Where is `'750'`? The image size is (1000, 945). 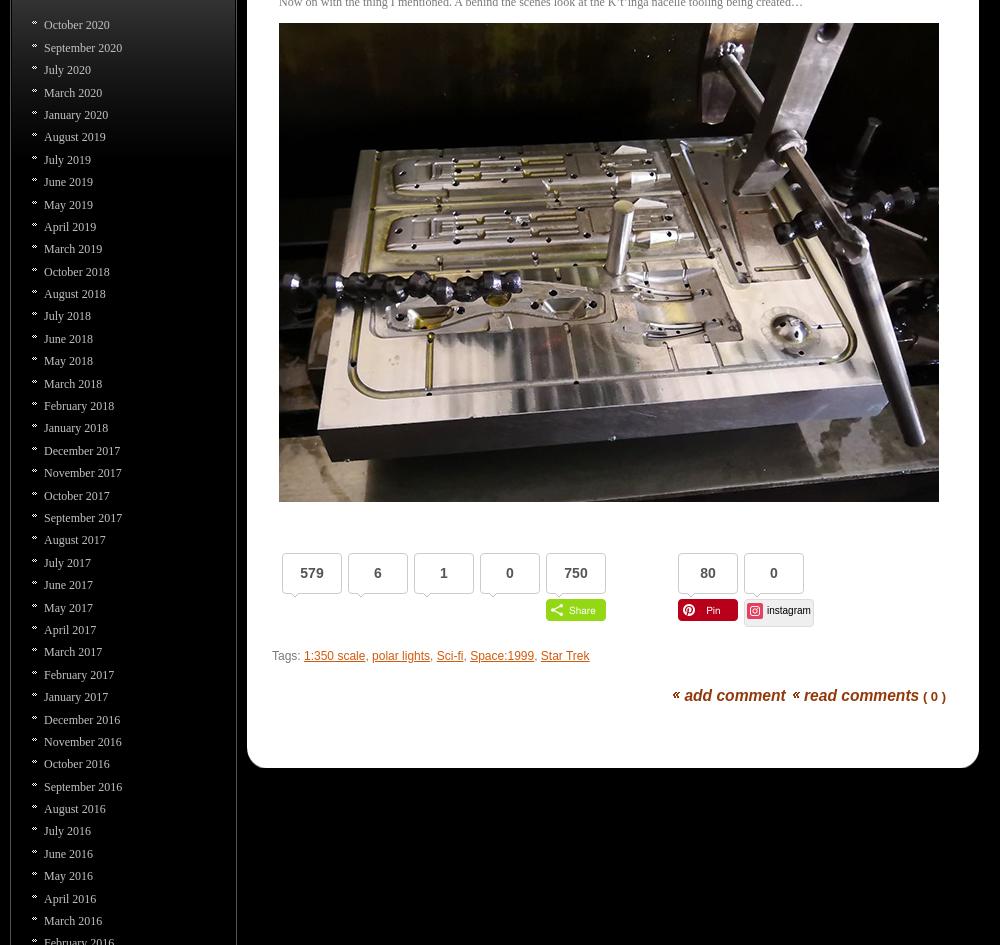
'750' is located at coordinates (574, 572).